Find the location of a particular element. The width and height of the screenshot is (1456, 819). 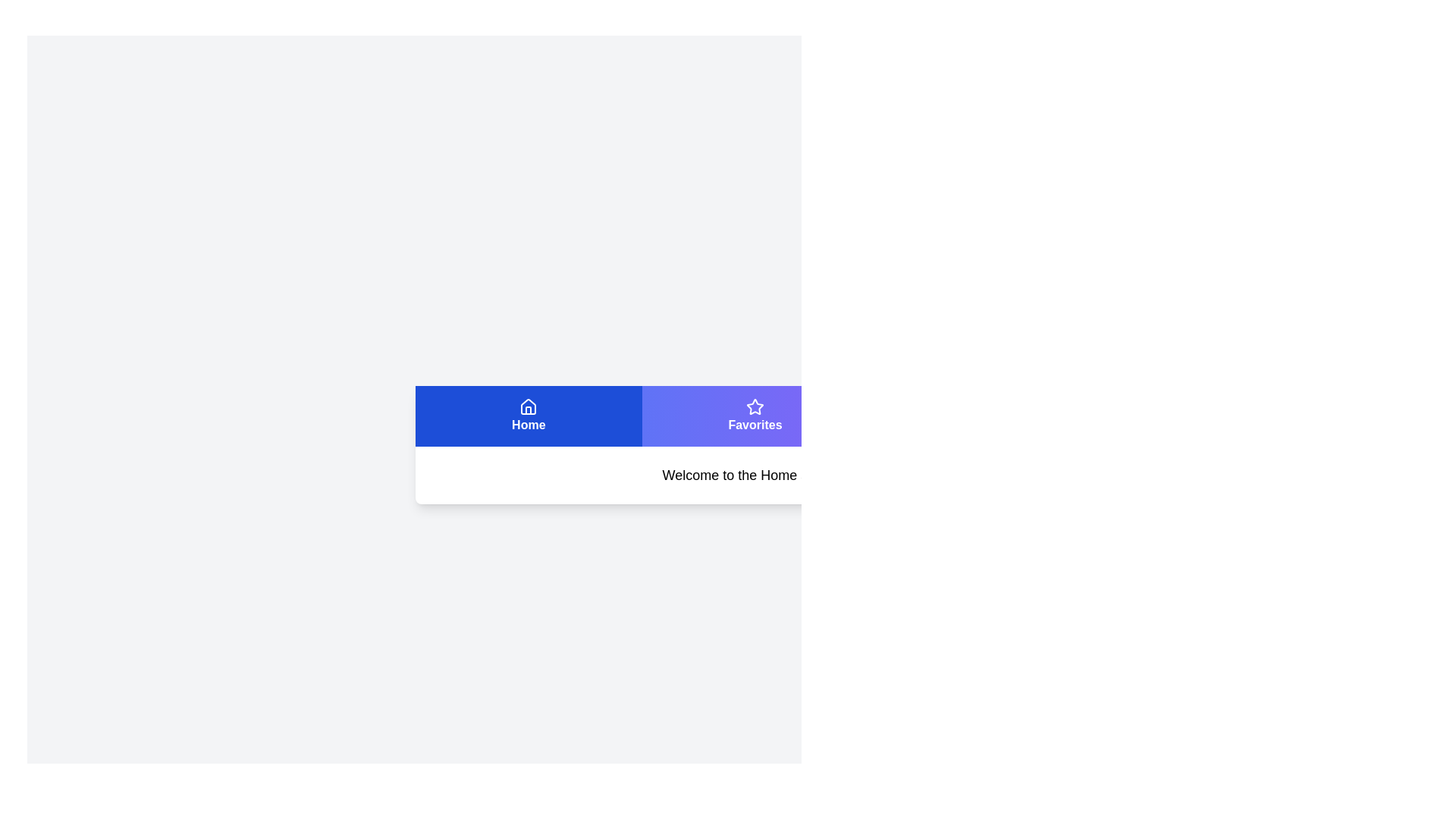

the blue 'Home' button with a white house icon and white text is located at coordinates (528, 416).